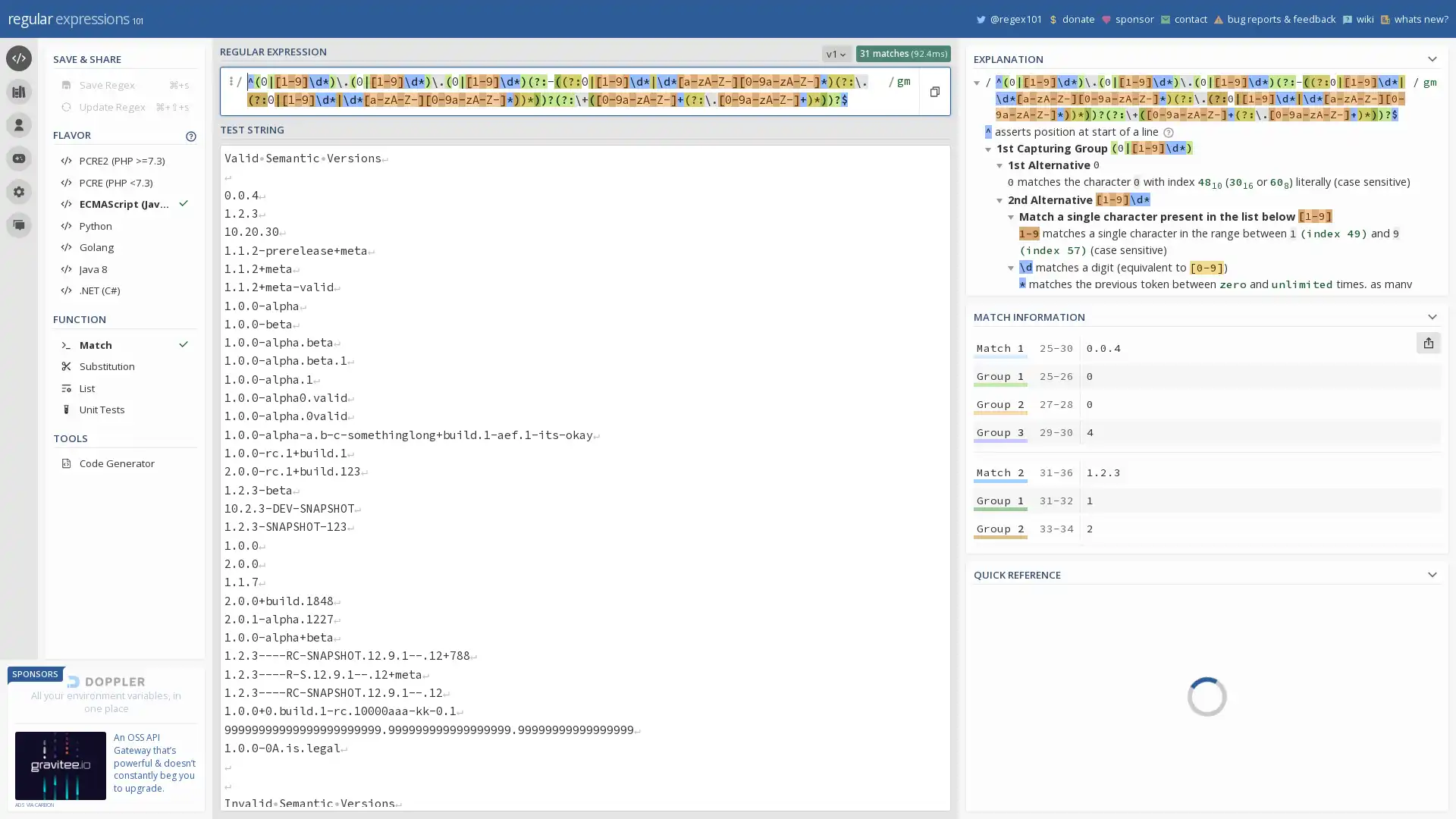 This screenshot has height=819, width=1456. I want to click on Select Regex Version, so click(836, 52).